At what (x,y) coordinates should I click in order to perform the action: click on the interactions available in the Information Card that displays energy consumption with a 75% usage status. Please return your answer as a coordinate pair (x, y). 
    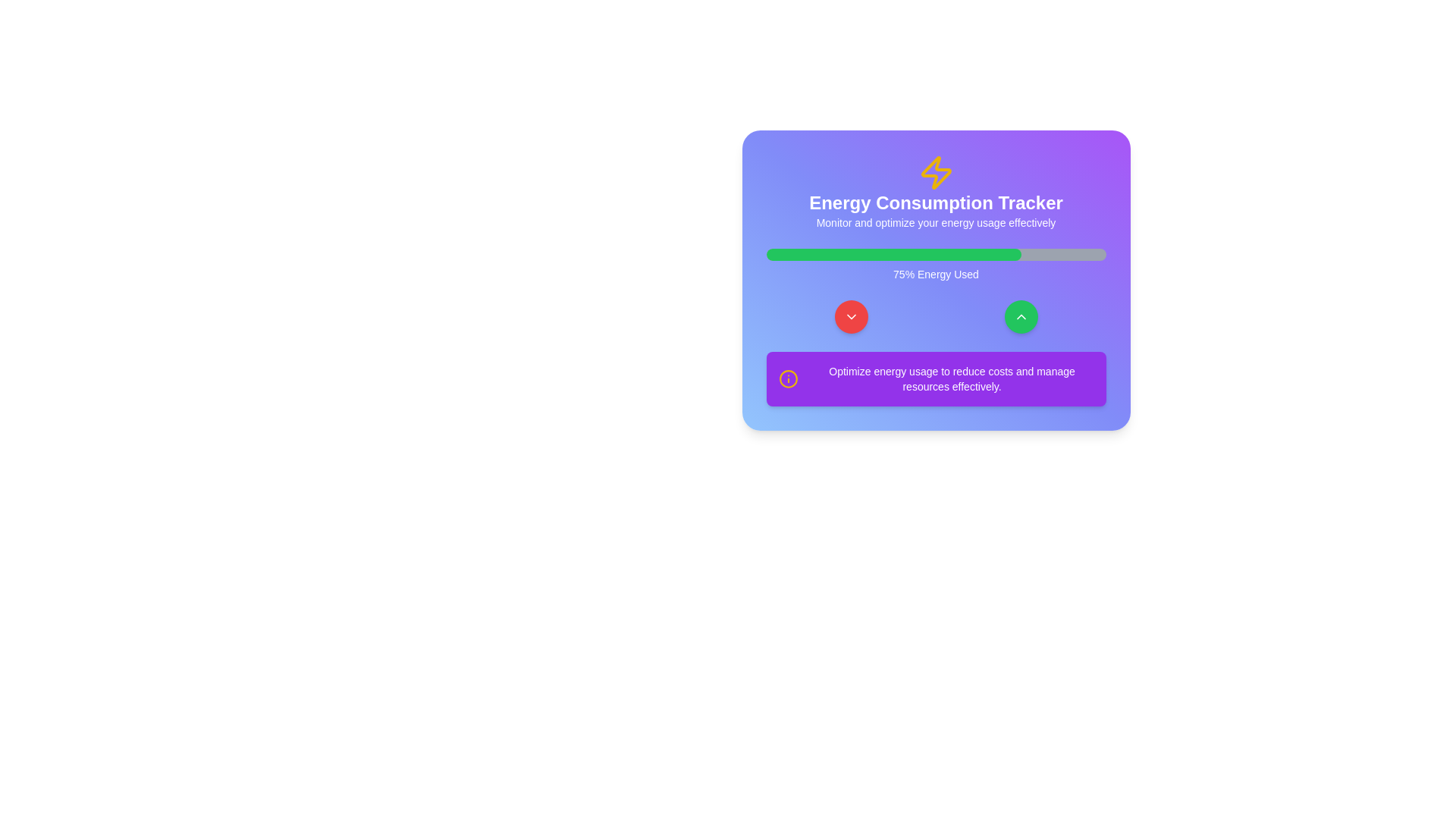
    Looking at the image, I should click on (935, 281).